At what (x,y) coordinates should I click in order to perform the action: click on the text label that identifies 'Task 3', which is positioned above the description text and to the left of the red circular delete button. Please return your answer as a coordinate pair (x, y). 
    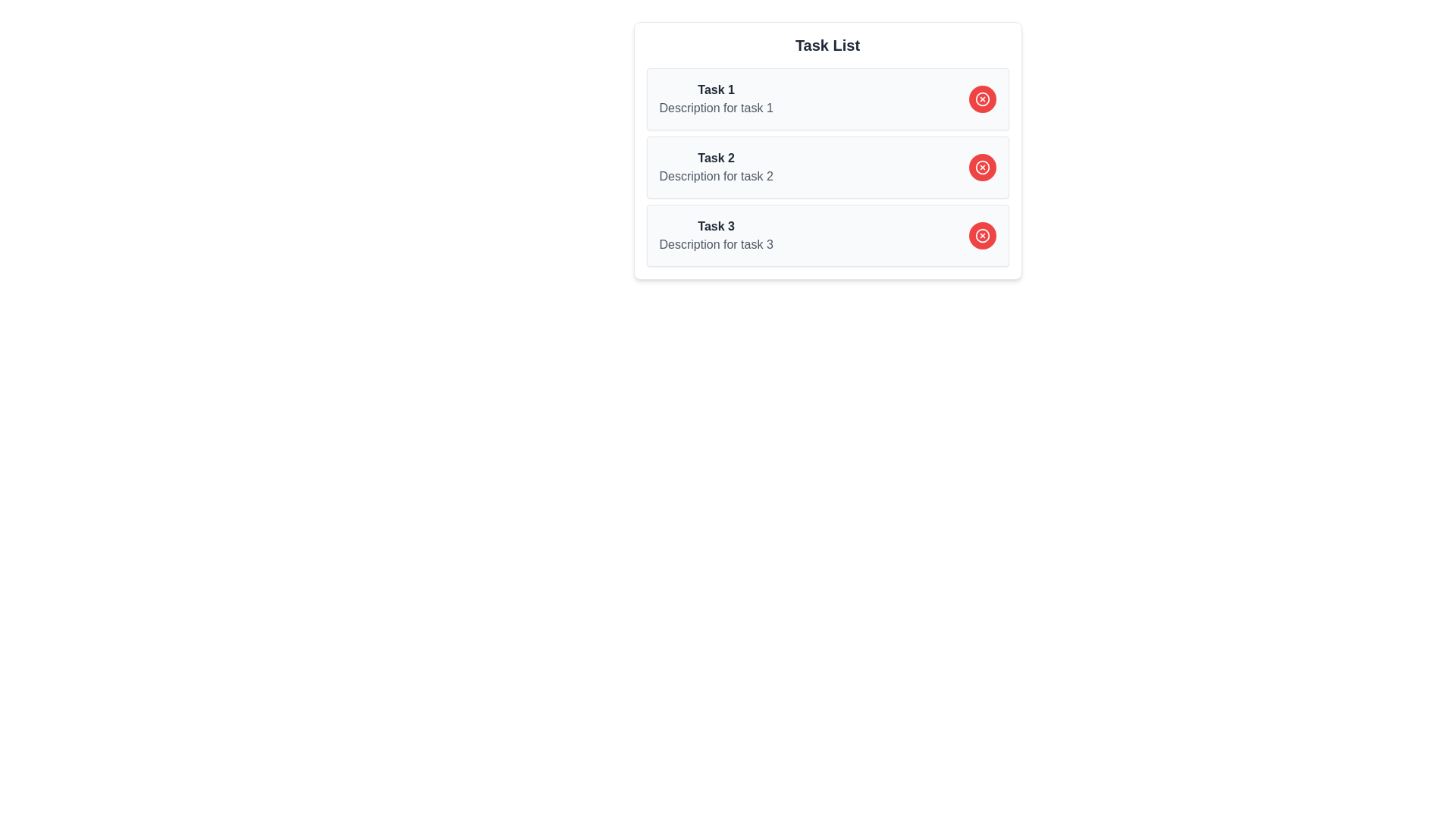
    Looking at the image, I should click on (715, 227).